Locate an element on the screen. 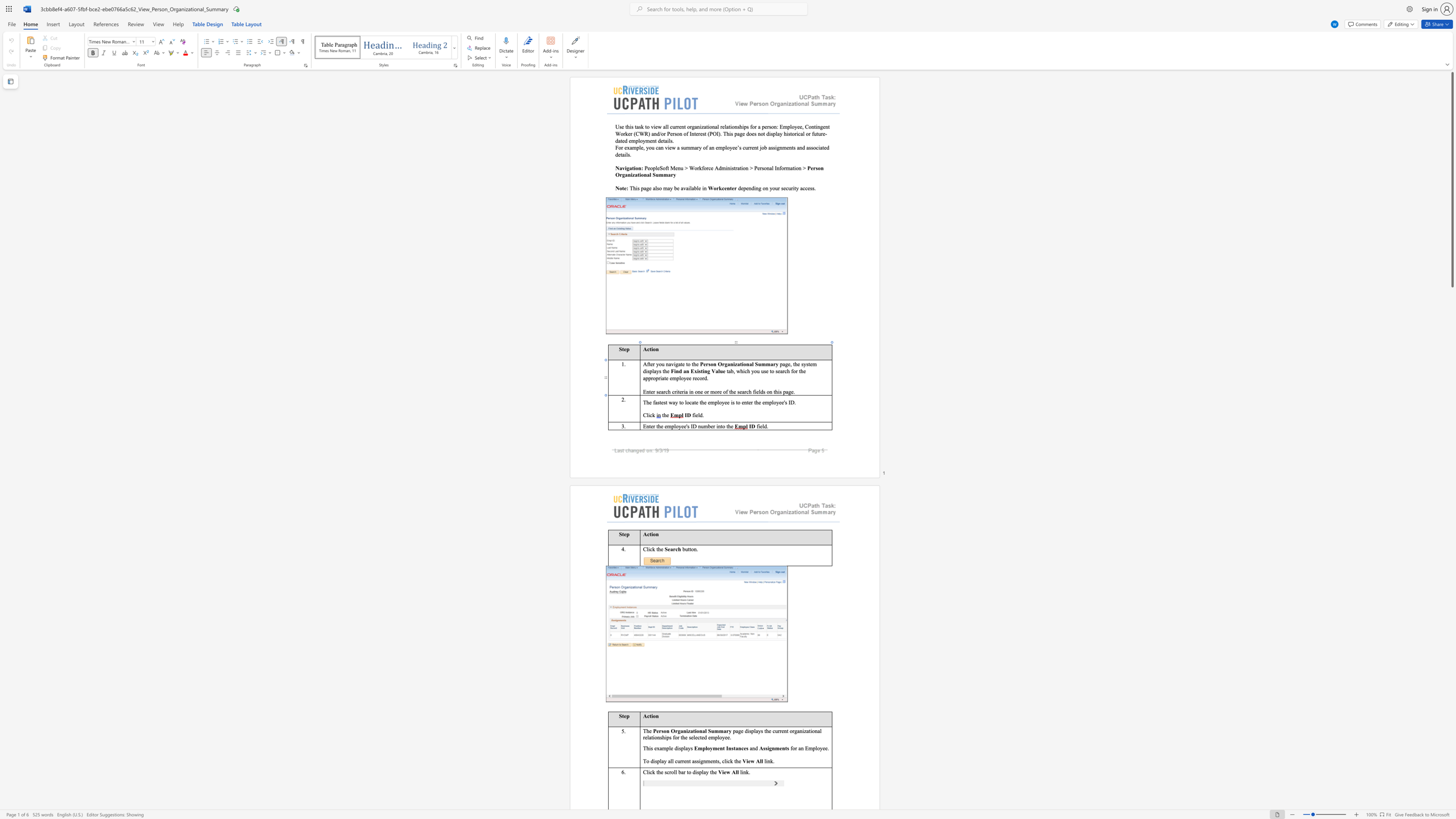 The height and width of the screenshot is (819, 1456). the space between the continuous character "s" and "p" in the text is located at coordinates (681, 747).